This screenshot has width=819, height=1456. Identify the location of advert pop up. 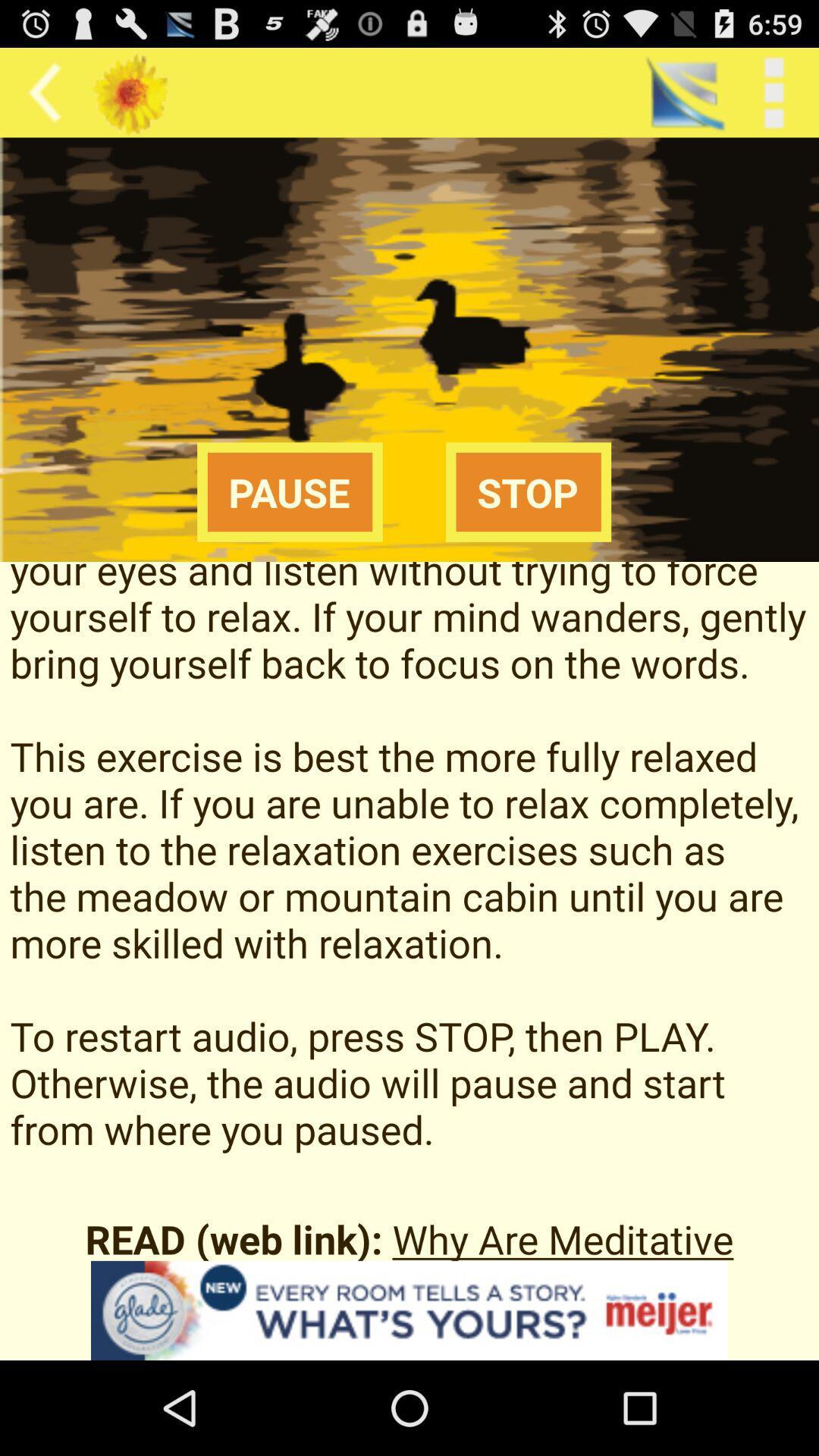
(409, 1310).